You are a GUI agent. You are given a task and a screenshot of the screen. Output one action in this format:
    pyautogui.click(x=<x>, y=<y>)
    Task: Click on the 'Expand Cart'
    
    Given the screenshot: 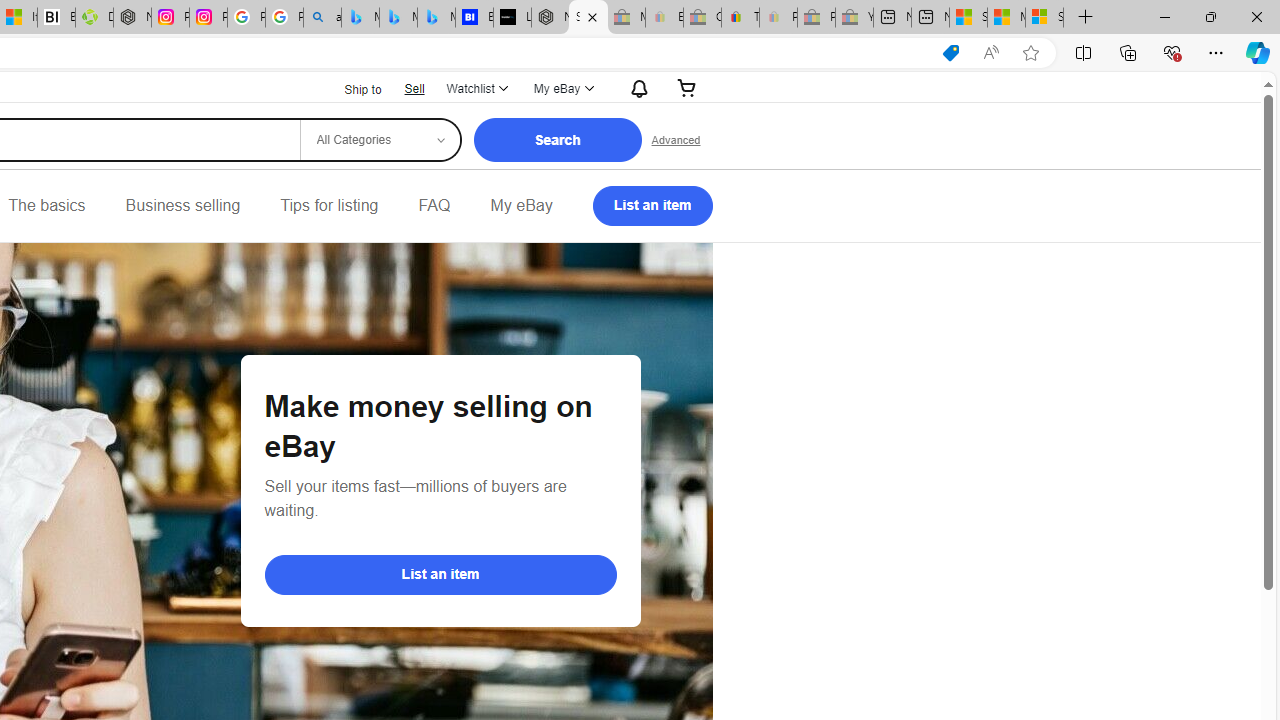 What is the action you would take?
    pyautogui.click(x=687, y=87)
    